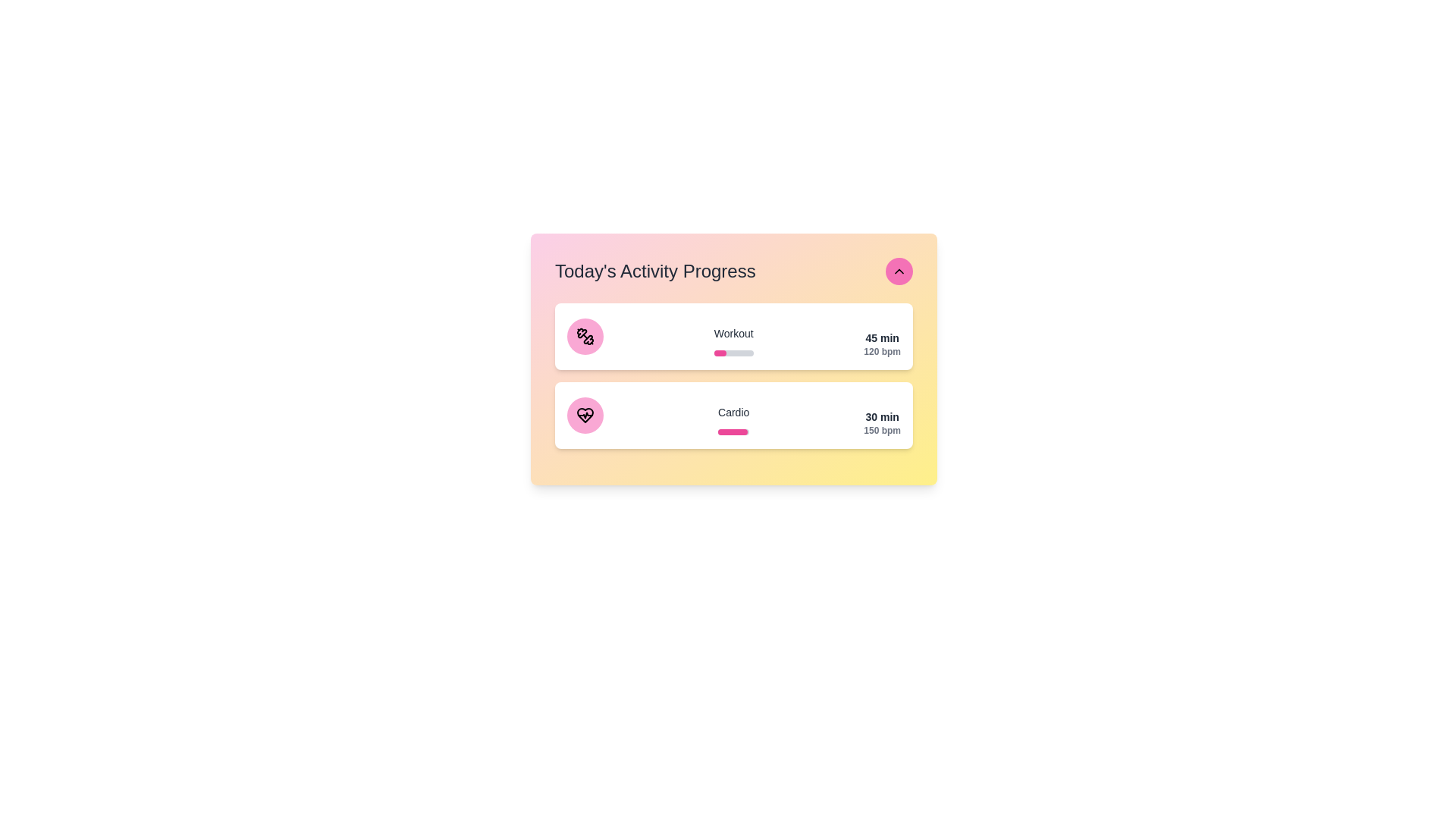  What do you see at coordinates (733, 341) in the screenshot?
I see `the 'Workout' text label, which is displayed in a dark, bold font within a light-colored card above a pink progress bar in the 'Today's Activity Progress' section` at bounding box center [733, 341].